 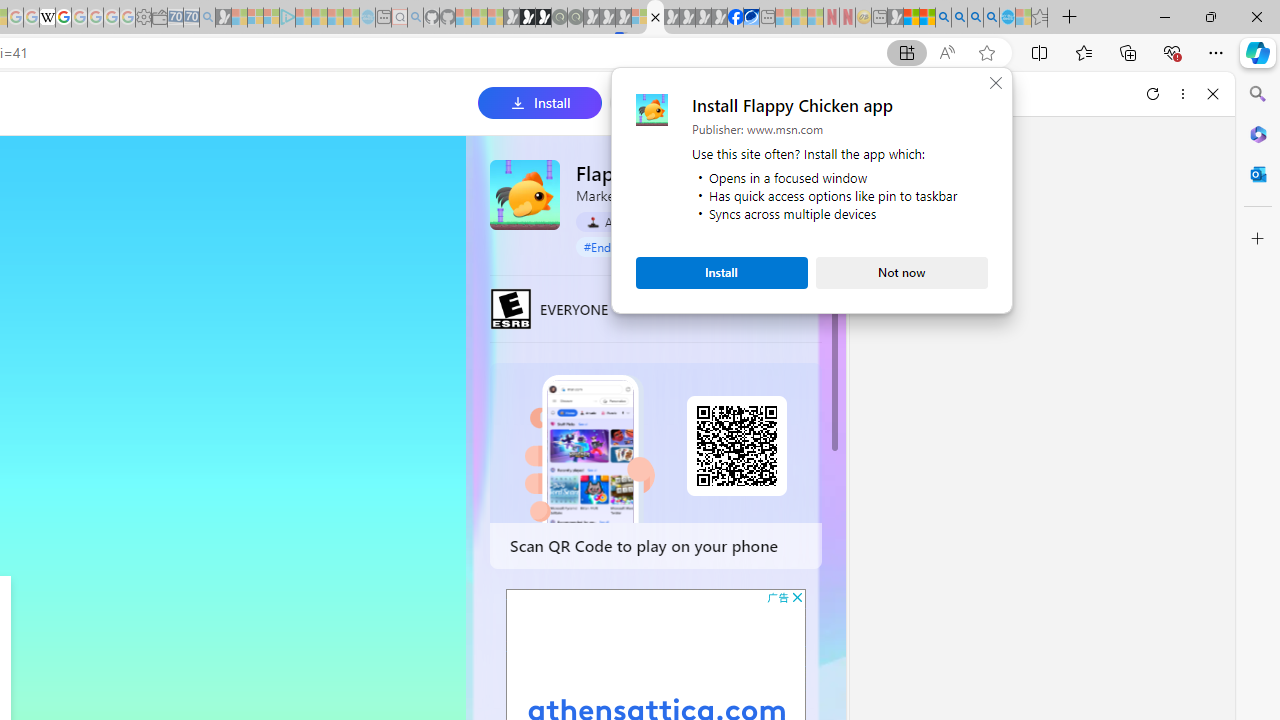 I want to click on 'Nordace | Facebook', so click(x=735, y=17).